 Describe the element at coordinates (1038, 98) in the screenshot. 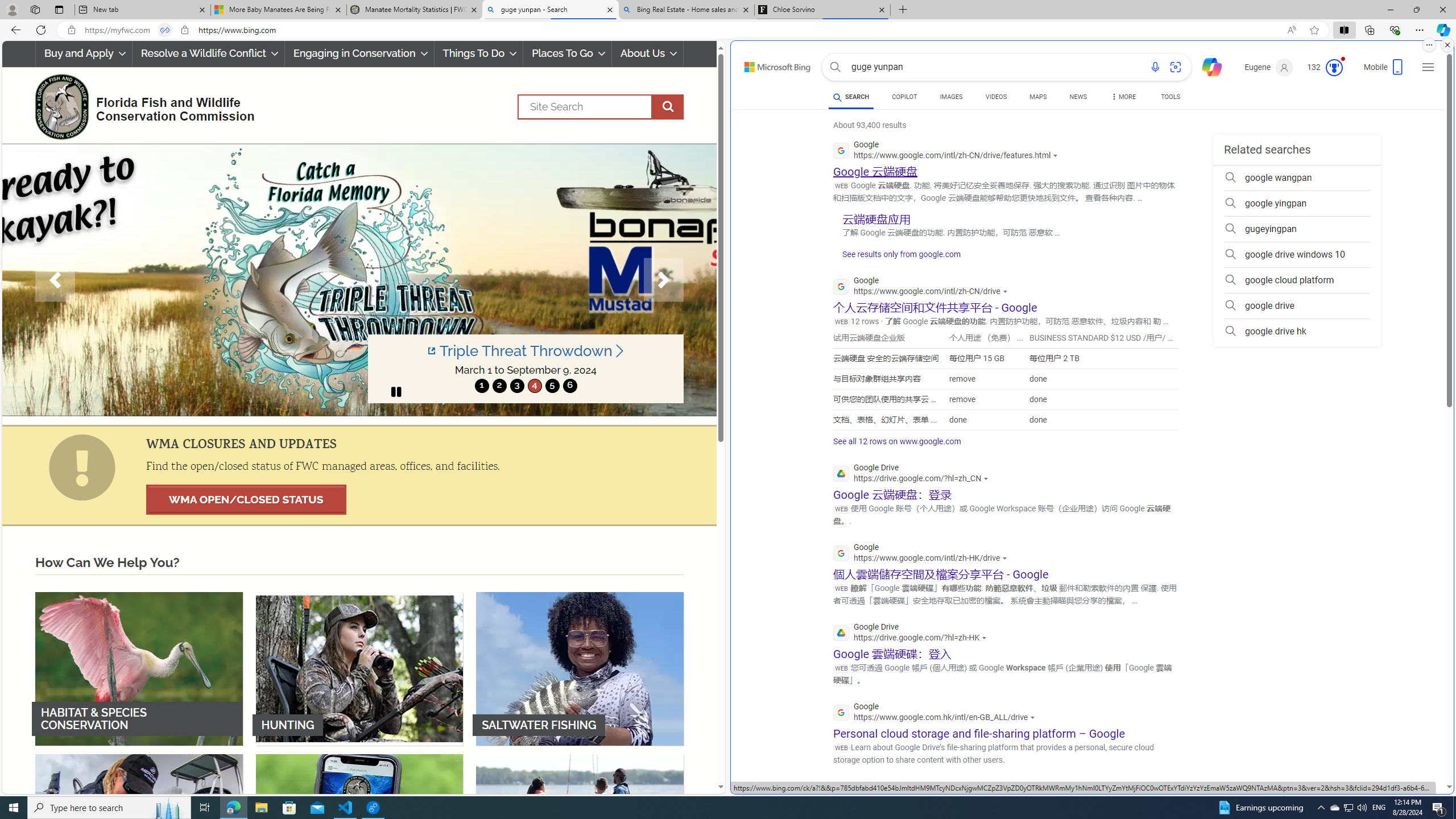

I see `'MAPS'` at that location.